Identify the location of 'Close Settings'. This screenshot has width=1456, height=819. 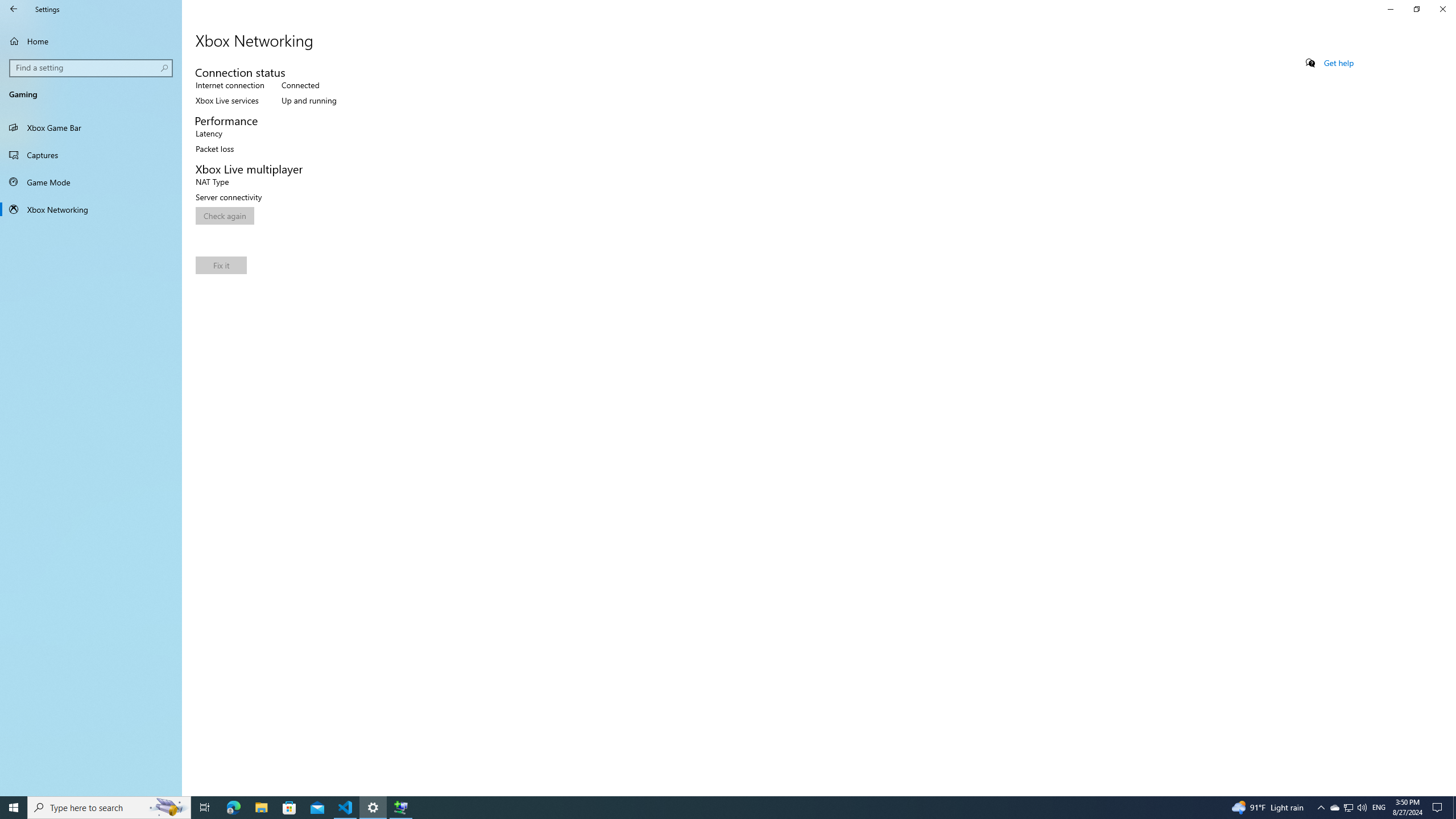
(1442, 9).